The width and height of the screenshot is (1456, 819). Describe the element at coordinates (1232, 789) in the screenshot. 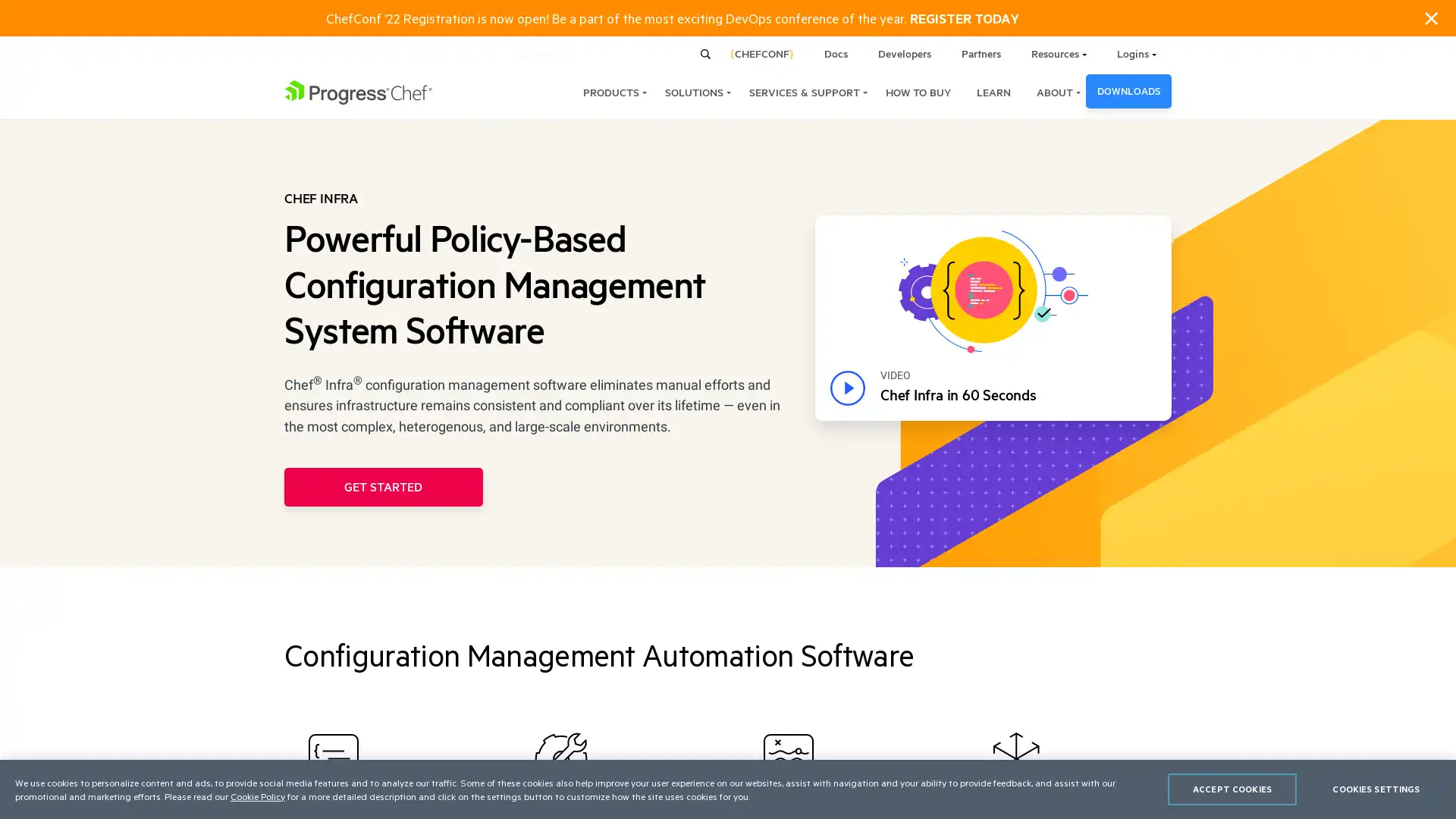

I see `ACCEPT COOKIES` at that location.